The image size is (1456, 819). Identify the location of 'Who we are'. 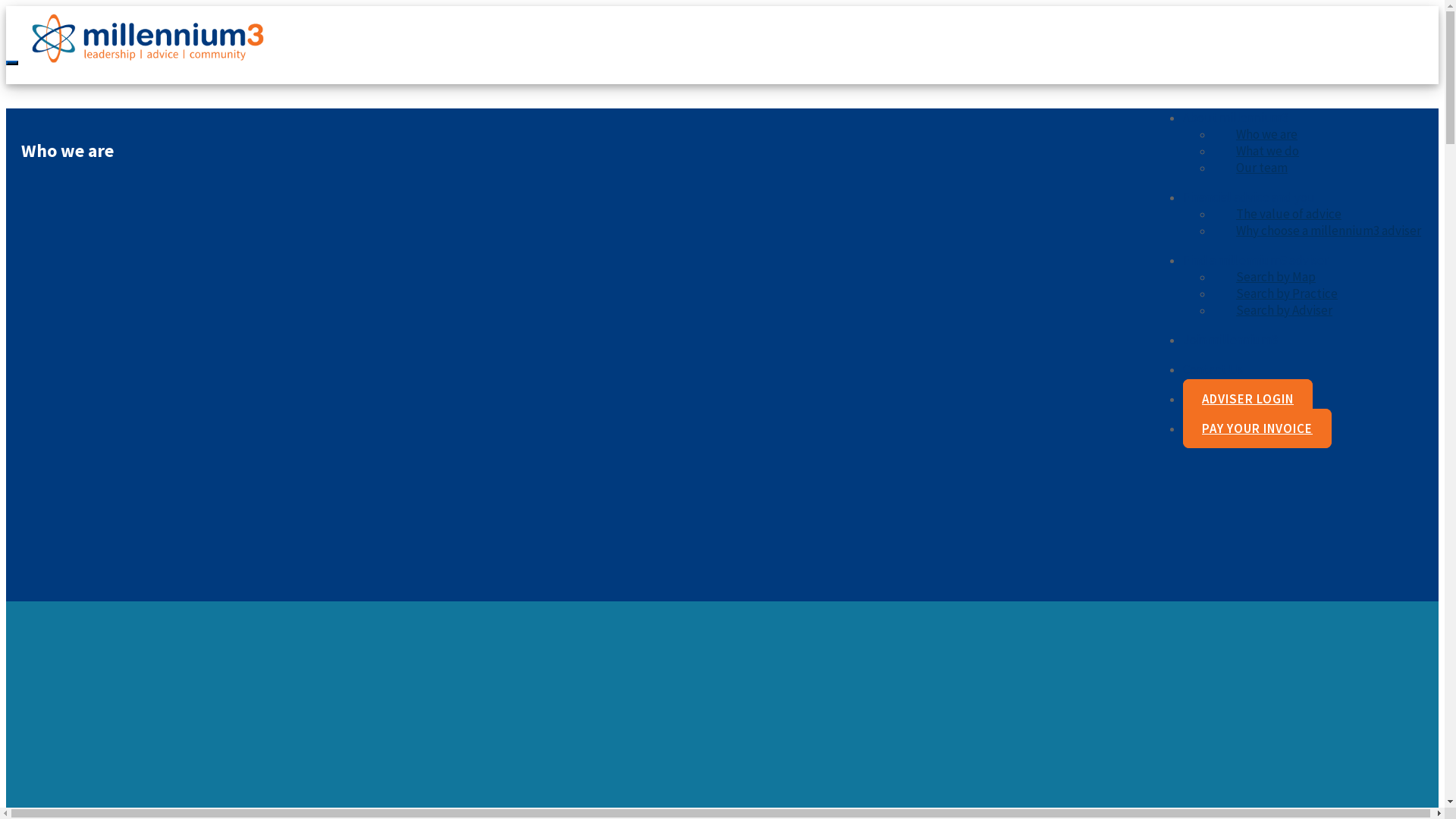
(1212, 133).